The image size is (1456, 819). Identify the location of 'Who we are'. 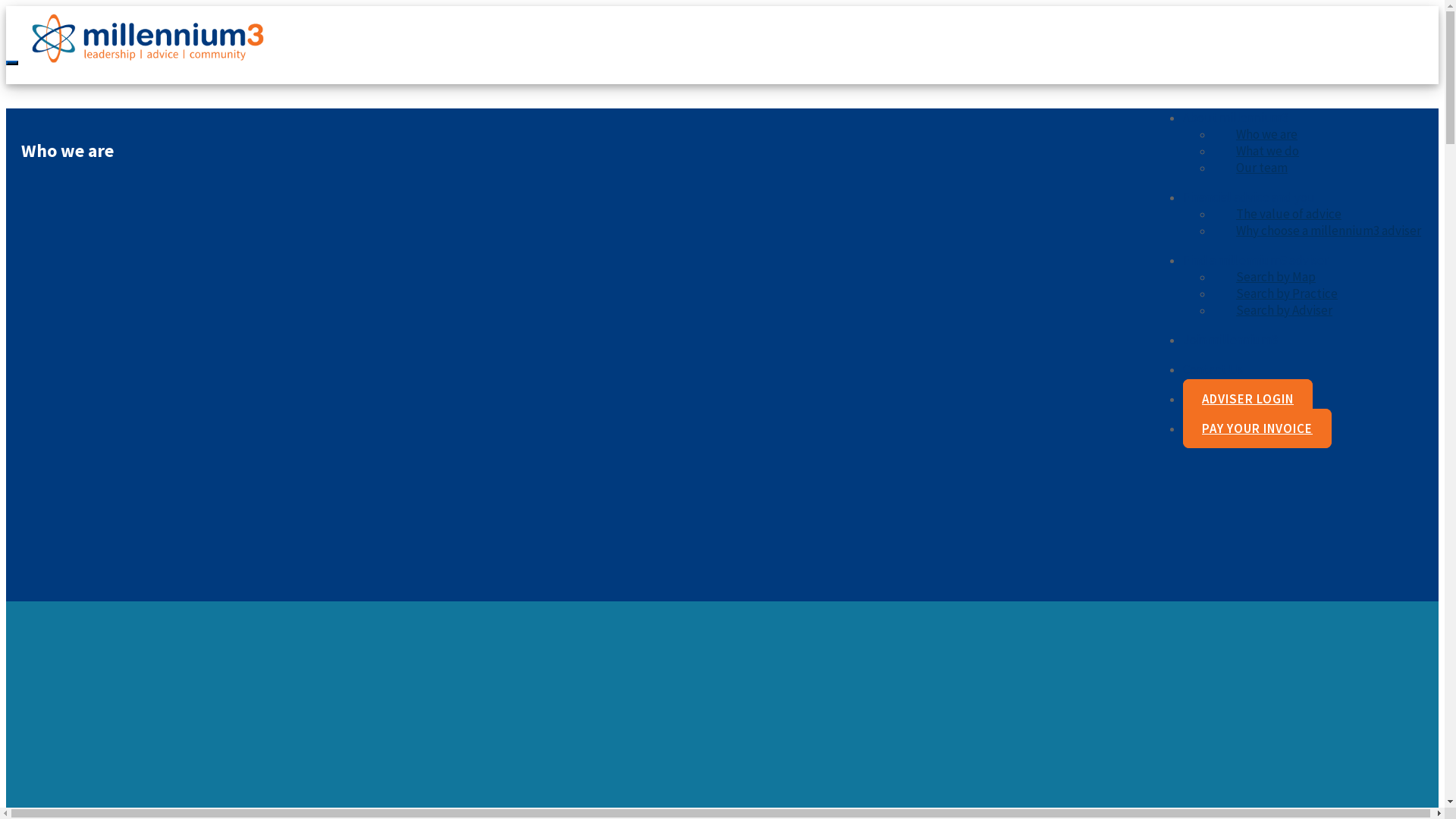
(1212, 133).